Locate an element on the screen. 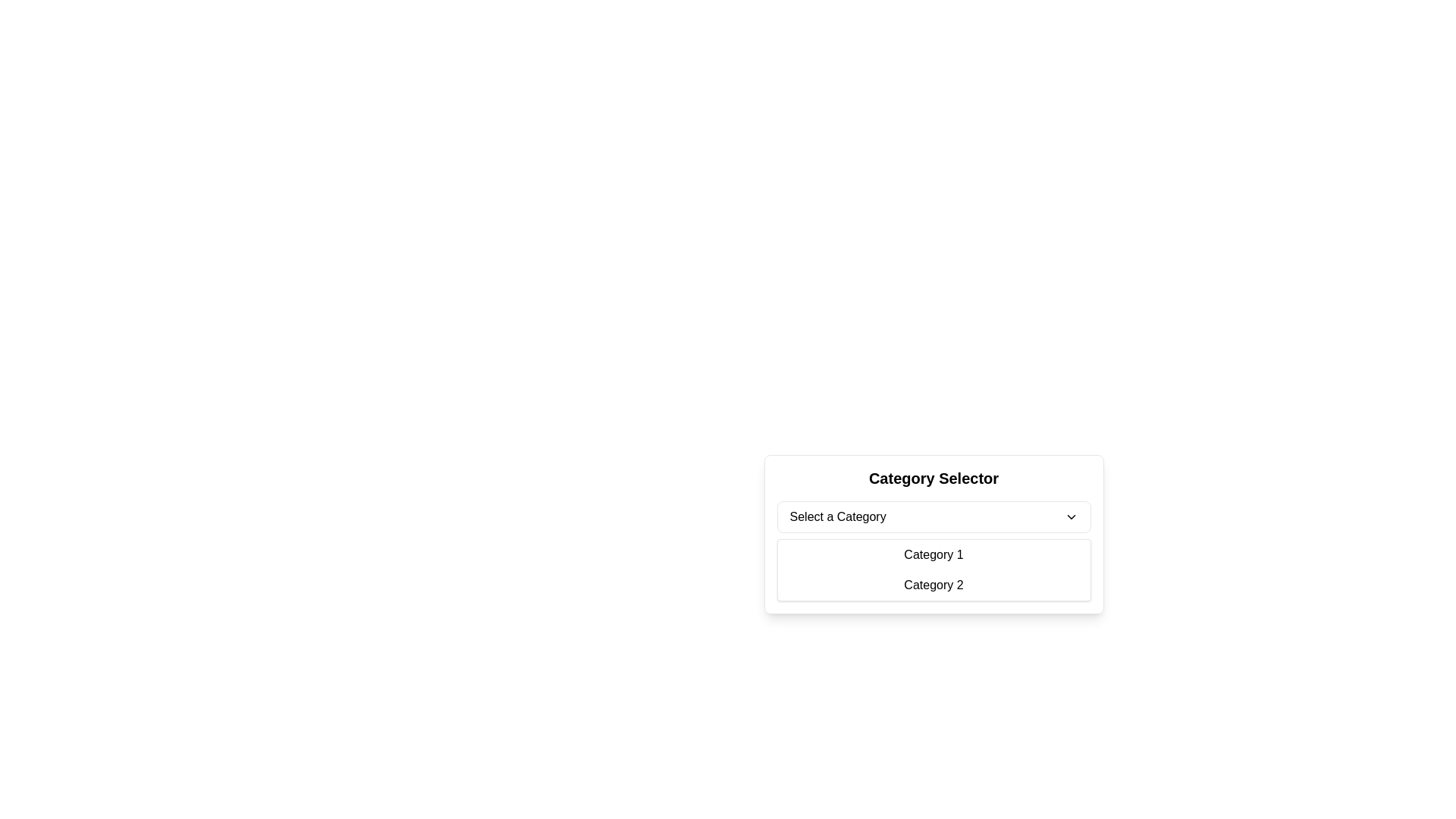  the 'Category 2' option in the List of selectable options, which is displayed vertically with 'Category 1' and 'Category 2' in a white card-like component is located at coordinates (933, 570).